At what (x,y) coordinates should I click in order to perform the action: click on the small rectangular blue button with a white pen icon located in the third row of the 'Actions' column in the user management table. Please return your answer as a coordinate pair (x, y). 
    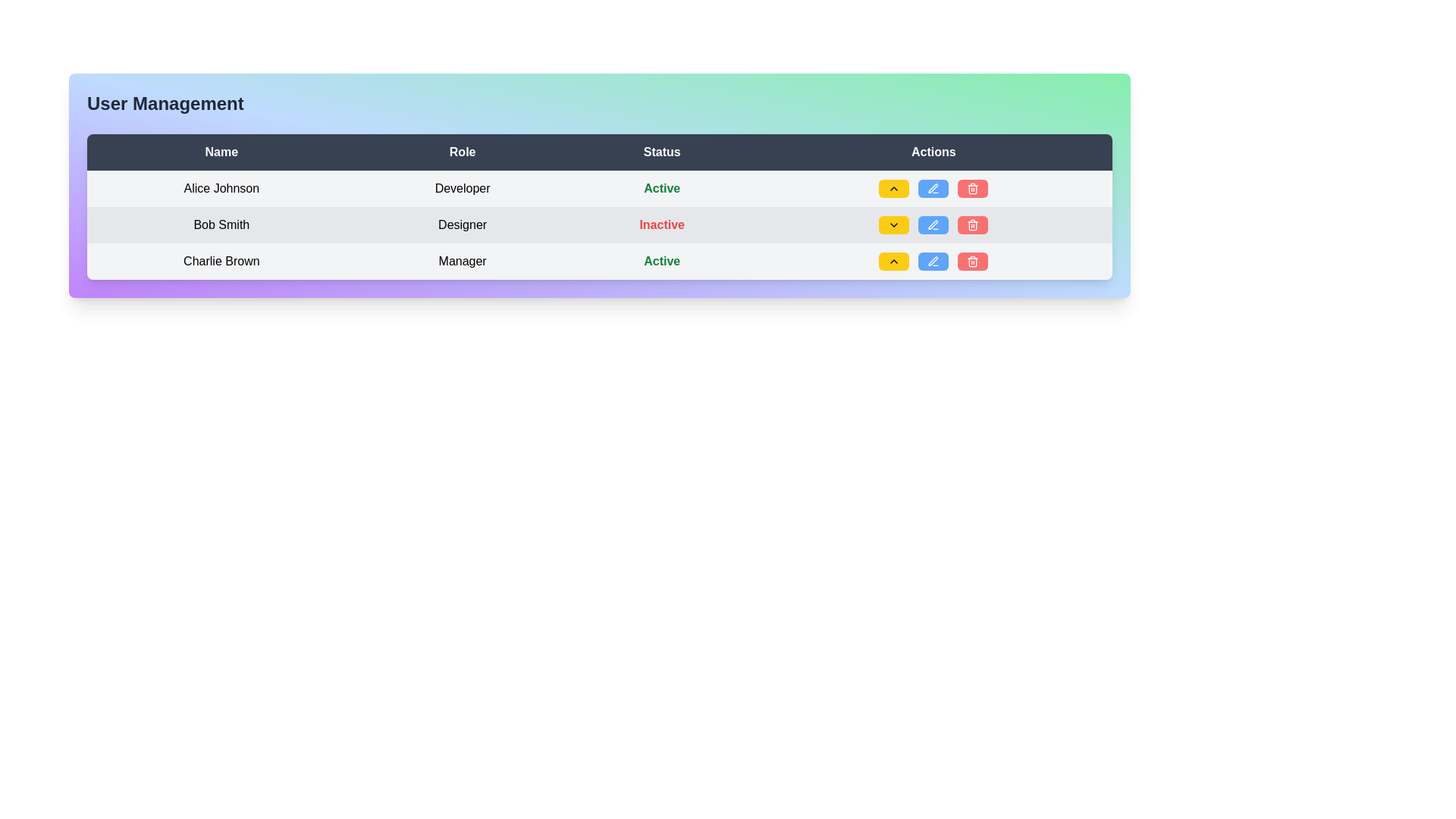
    Looking at the image, I should click on (933, 225).